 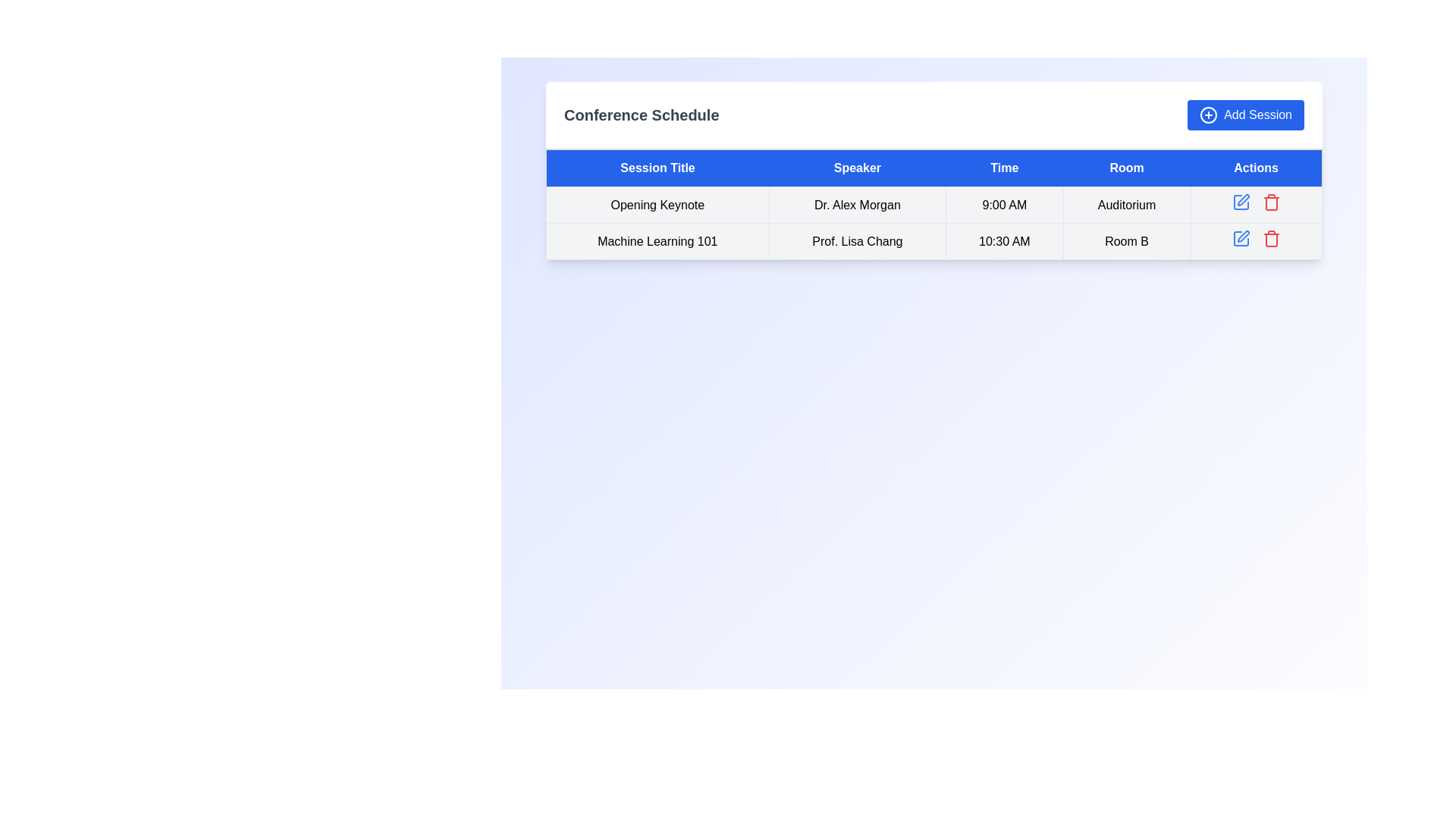 I want to click on the Text Label displaying 'Room B' in black font on a light grey background, located in the last column of the second row of the table under the 'Room' header, so click(x=1127, y=240).